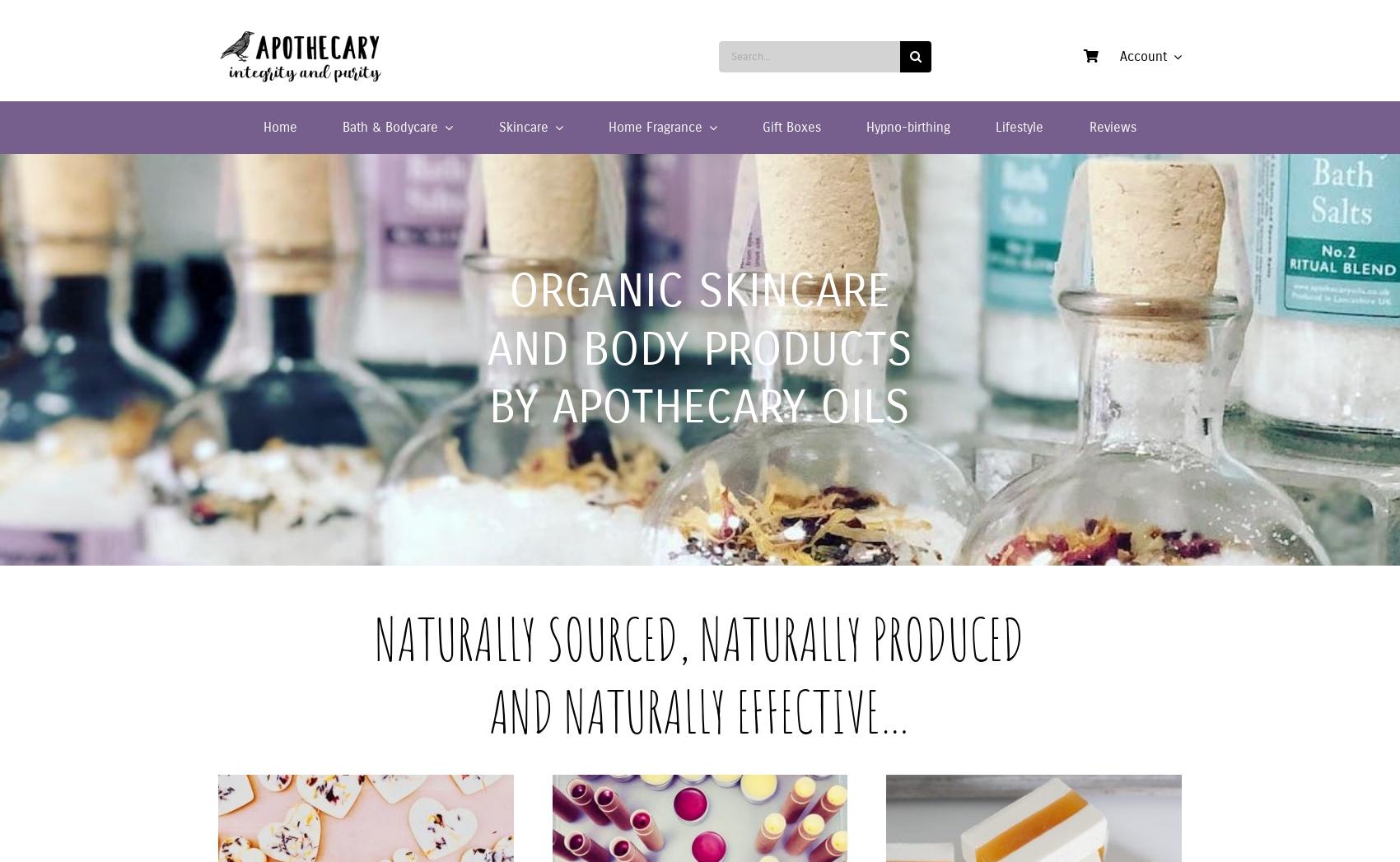 The image size is (1400, 862). I want to click on 'Register', so click(1110, 254).